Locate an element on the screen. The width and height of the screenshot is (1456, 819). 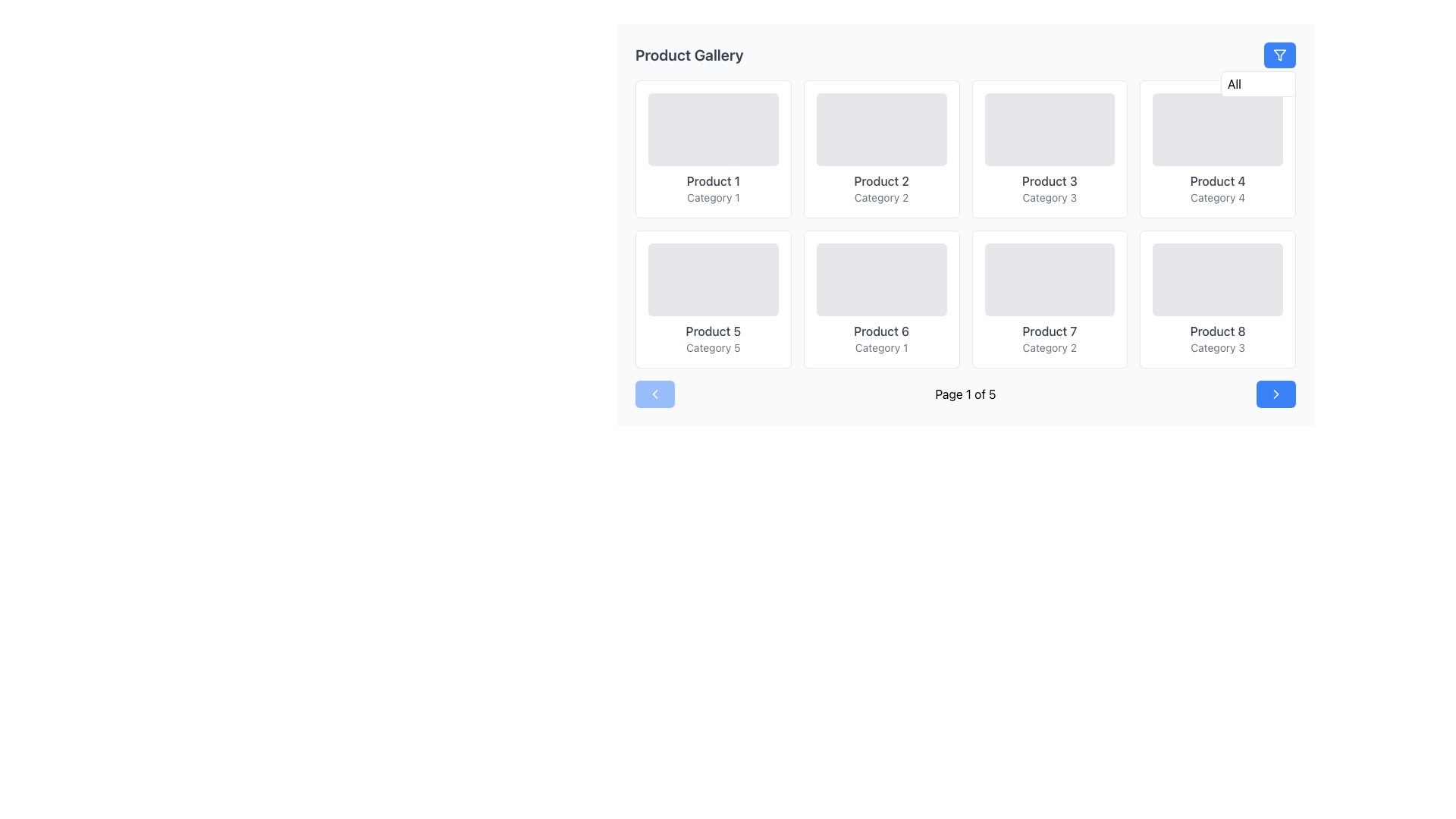
the rectangular placeholder with a light gray background, rounded corners, located within the product gallery for 'Product 8' in 'Category 3' is located at coordinates (1218, 280).